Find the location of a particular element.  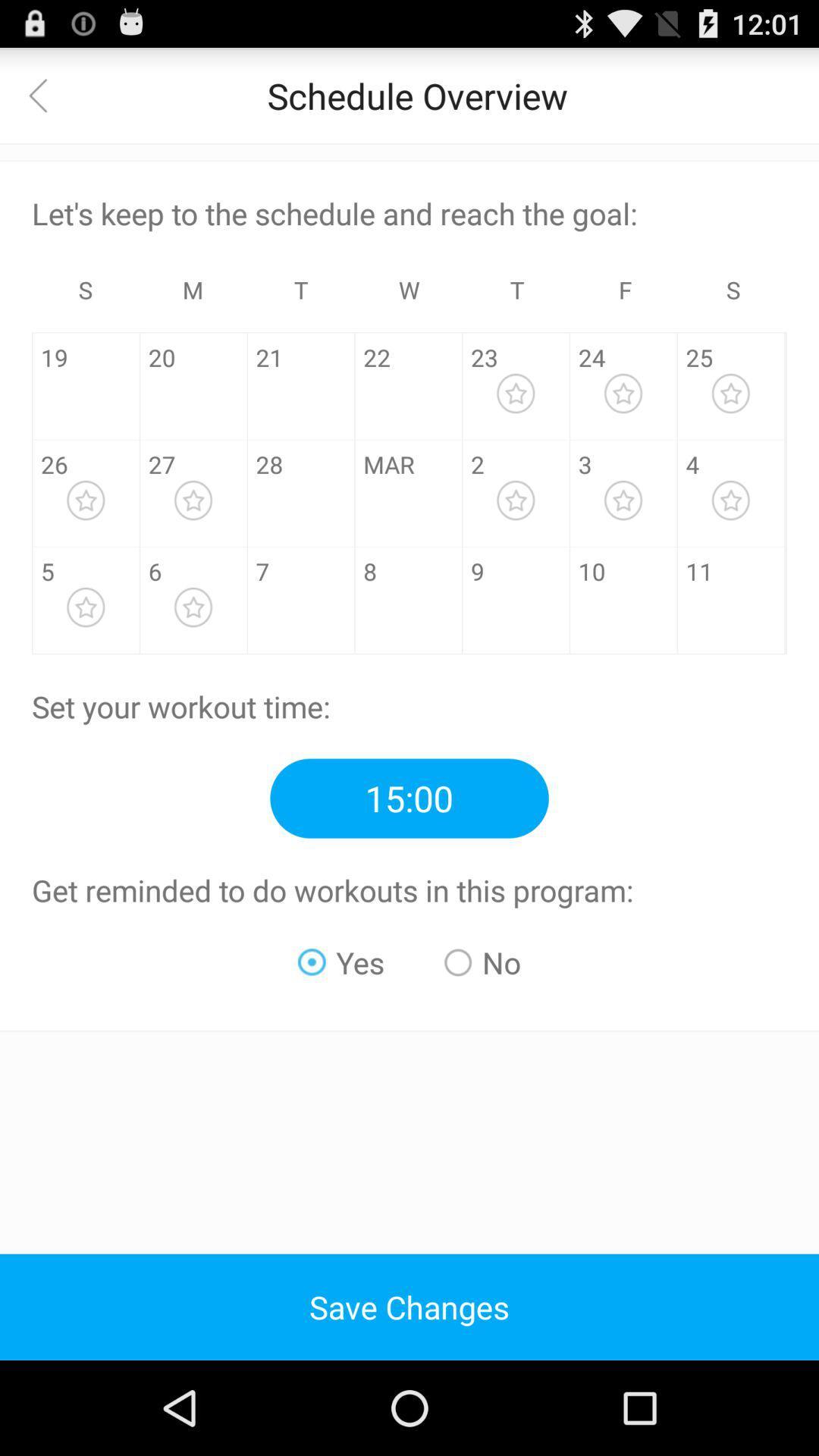

the radio button next to yes radio button is located at coordinates (482, 962).